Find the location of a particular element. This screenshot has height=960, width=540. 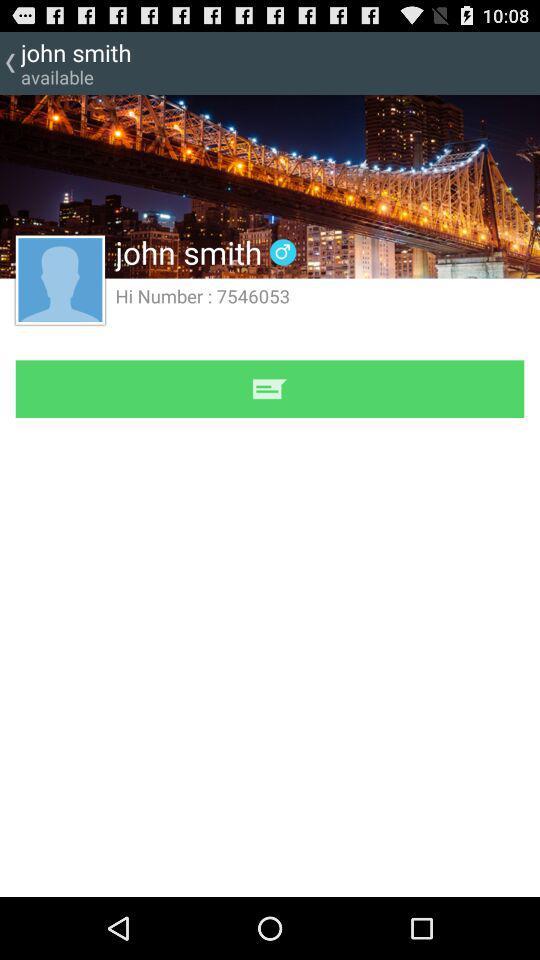

icon above hi number : 7546053 app is located at coordinates (282, 251).